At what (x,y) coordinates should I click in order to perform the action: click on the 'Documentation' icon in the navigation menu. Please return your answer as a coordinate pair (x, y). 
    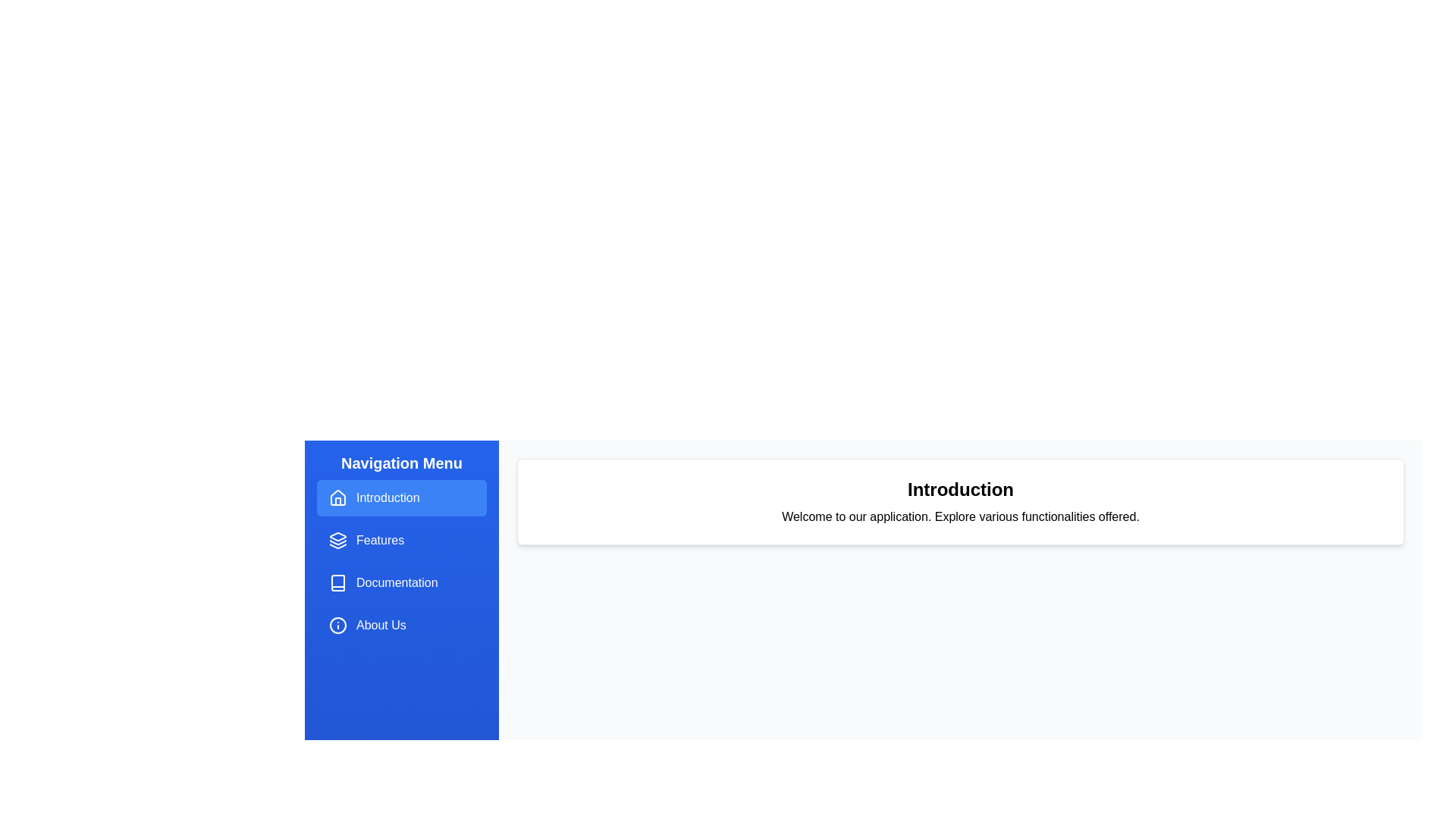
    Looking at the image, I should click on (337, 582).